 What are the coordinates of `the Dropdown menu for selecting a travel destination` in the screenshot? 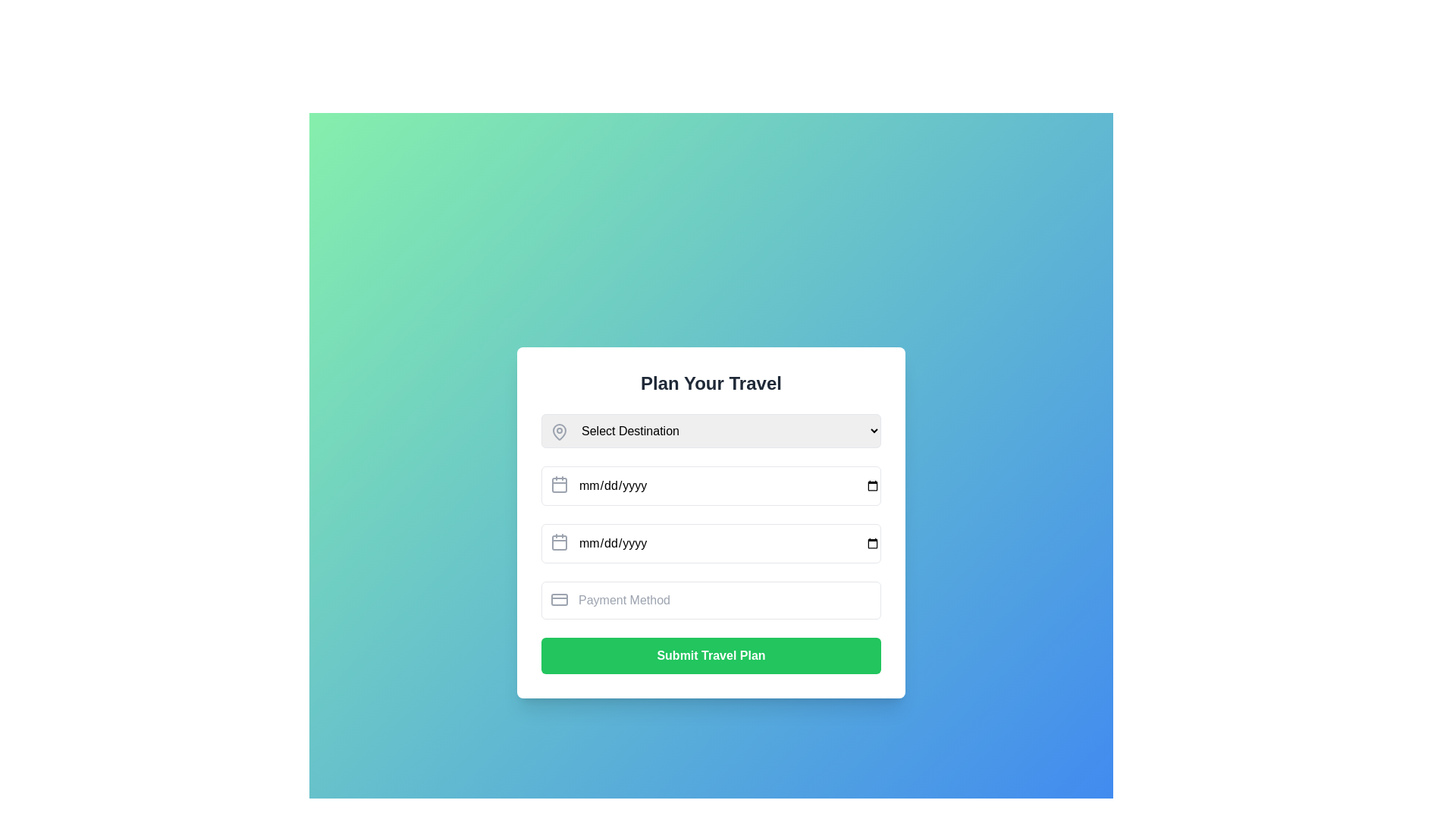 It's located at (710, 430).